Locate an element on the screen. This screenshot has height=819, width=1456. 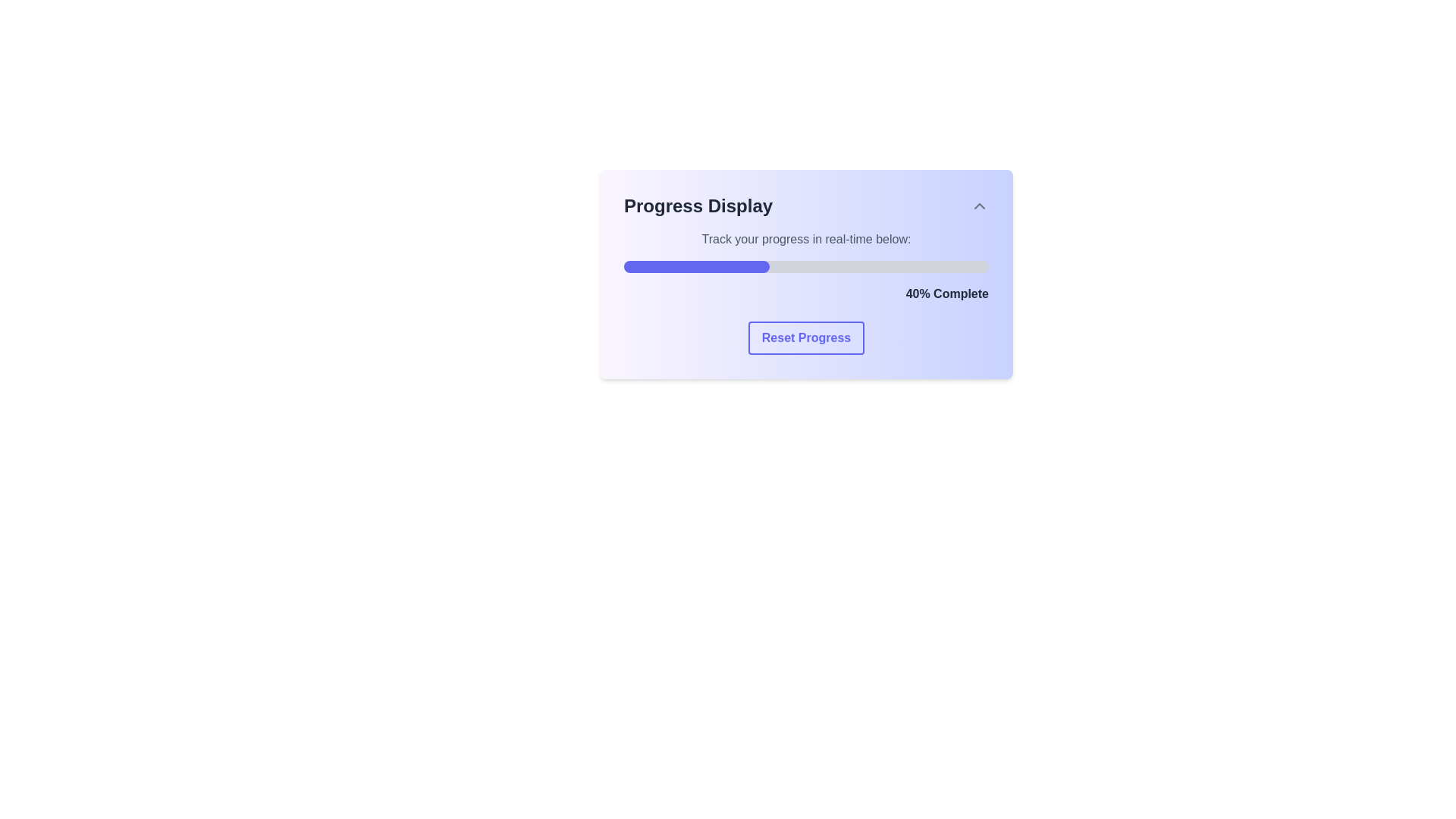
the 'Reset Progress' button, which is a rectangular button with bold text and a blue border, located centrally below the progress bar is located at coordinates (805, 337).